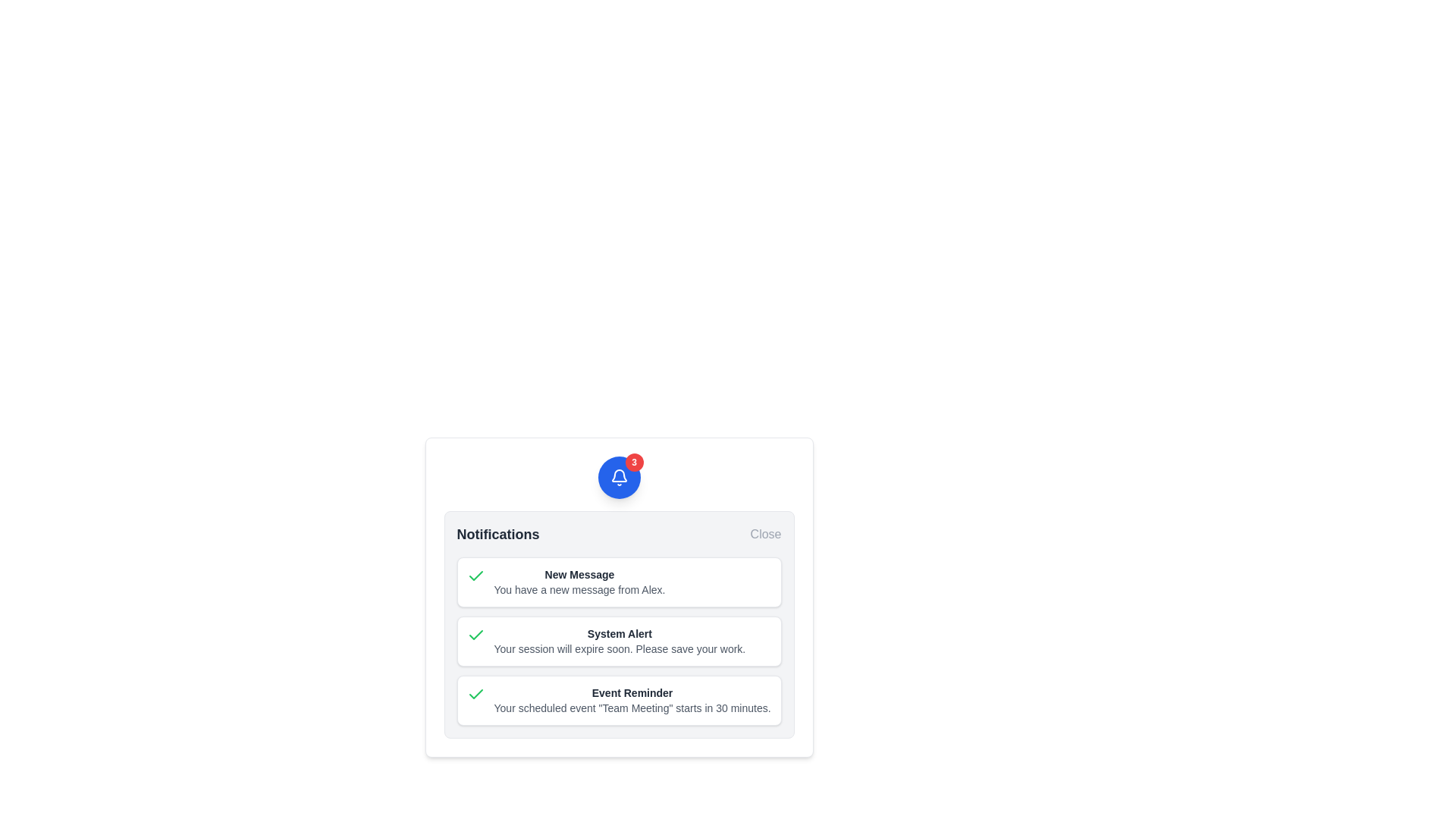 The height and width of the screenshot is (819, 1456). What do you see at coordinates (475, 694) in the screenshot?
I see `the 'Event Reminder' icon located on the left side of the bottom notification item in the notifications panel to confirm the associated notification` at bounding box center [475, 694].